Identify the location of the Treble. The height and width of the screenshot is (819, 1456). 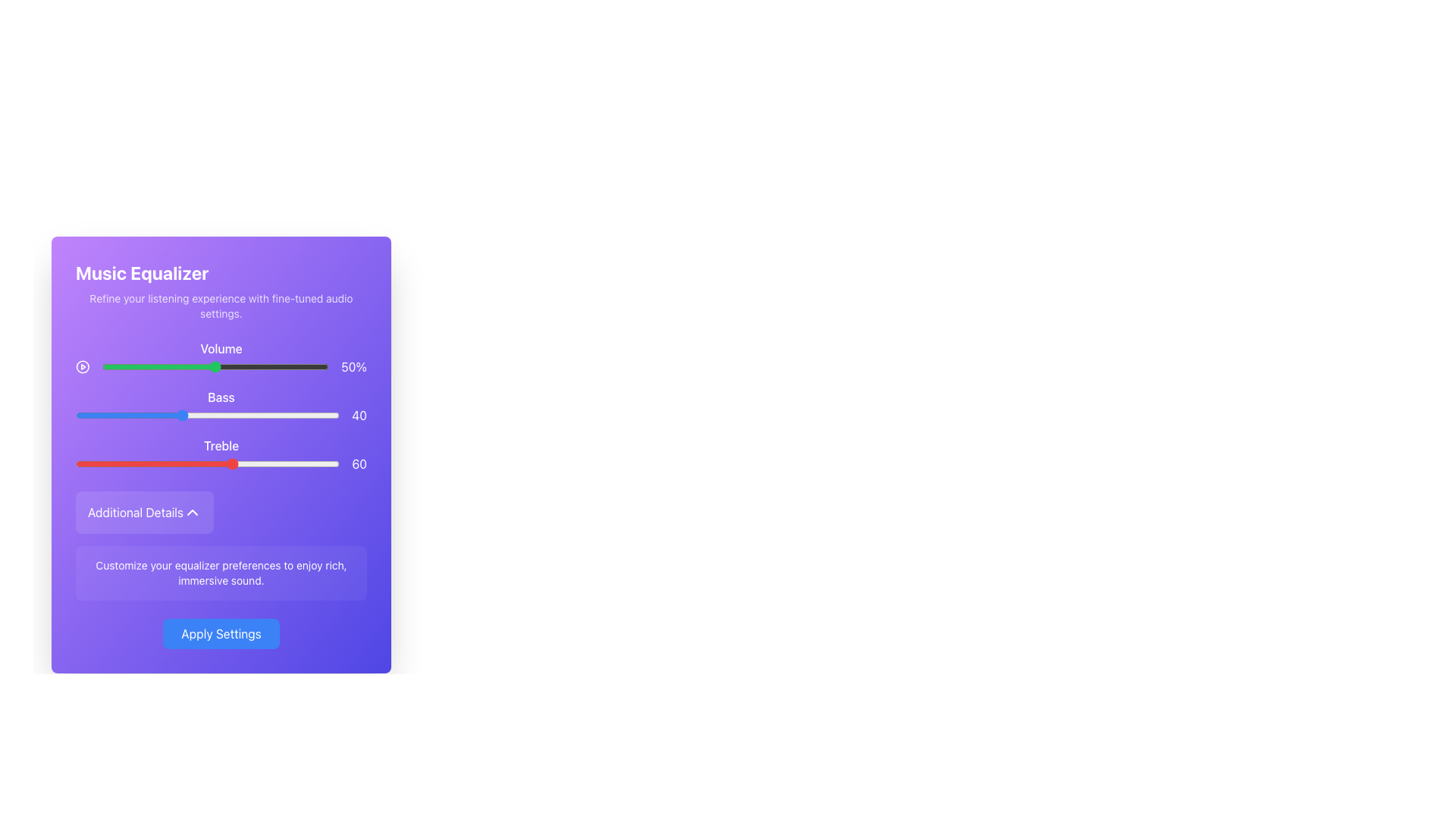
(233, 463).